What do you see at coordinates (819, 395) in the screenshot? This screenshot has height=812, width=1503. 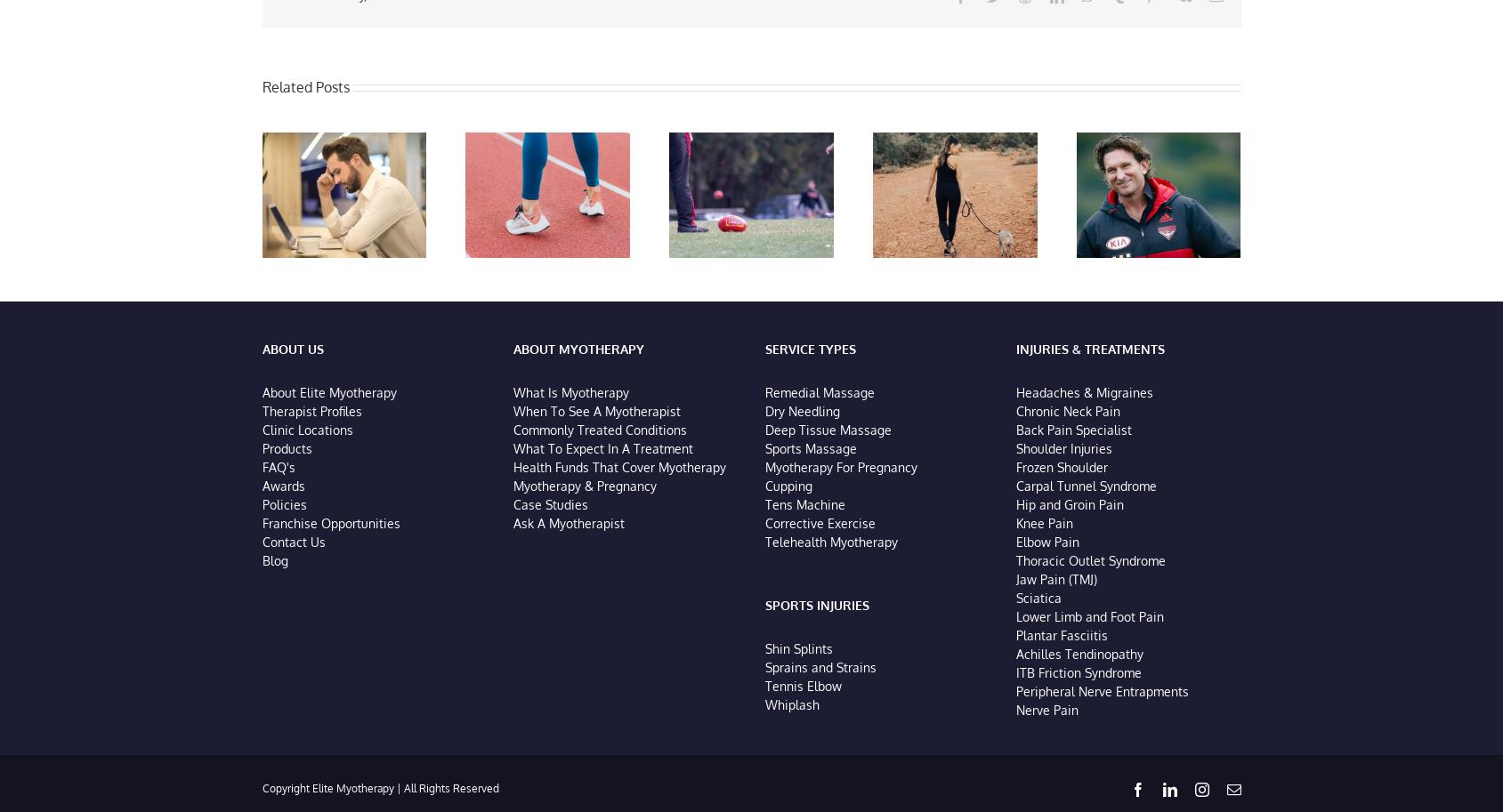 I see `'Remedial Massage'` at bounding box center [819, 395].